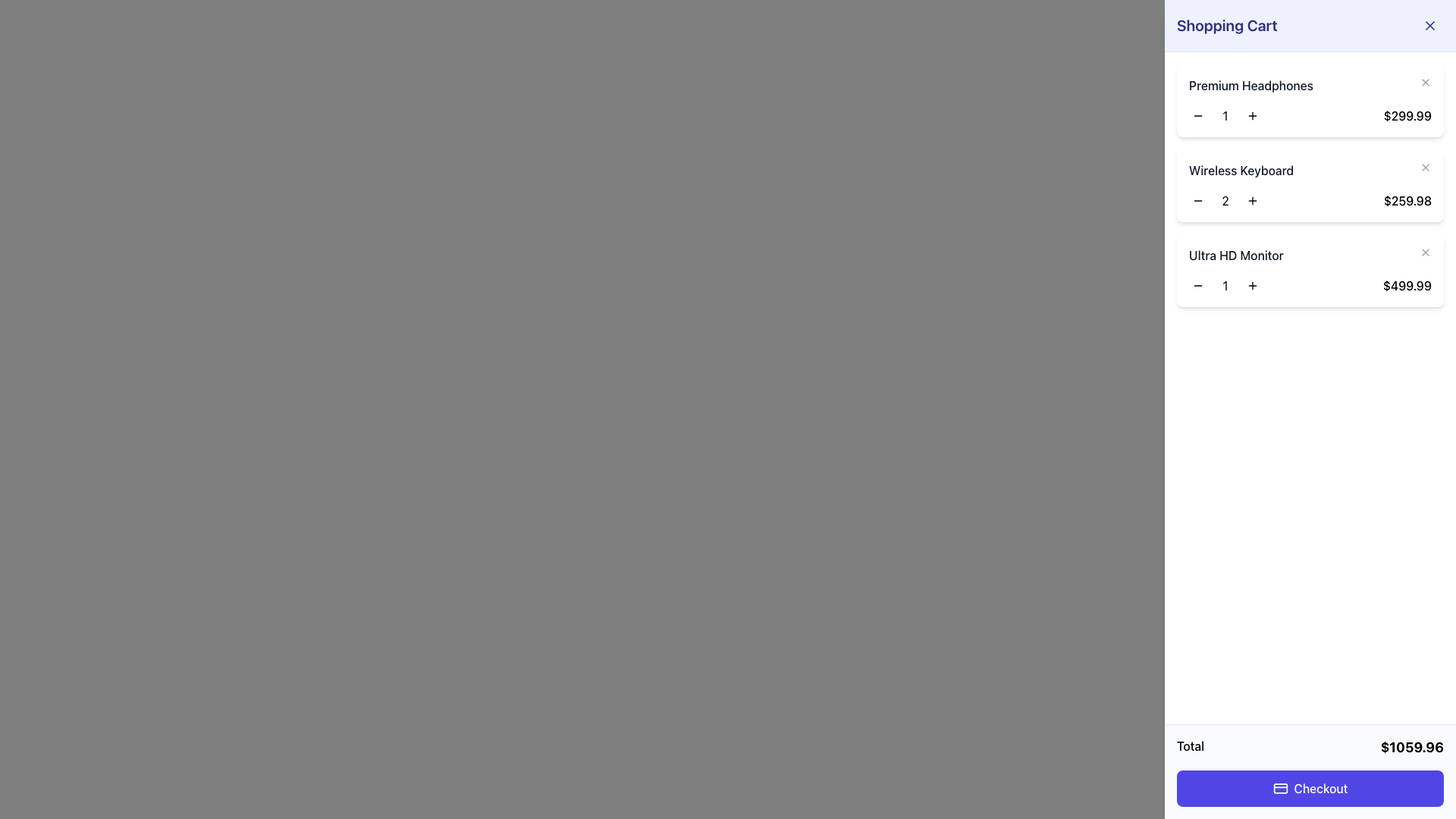 Image resolution: width=1456 pixels, height=819 pixels. What do you see at coordinates (1197, 286) in the screenshot?
I see `the decrement control button (minus icon) in the shopping cart UI for the 'Ultra HD Monitor'` at bounding box center [1197, 286].